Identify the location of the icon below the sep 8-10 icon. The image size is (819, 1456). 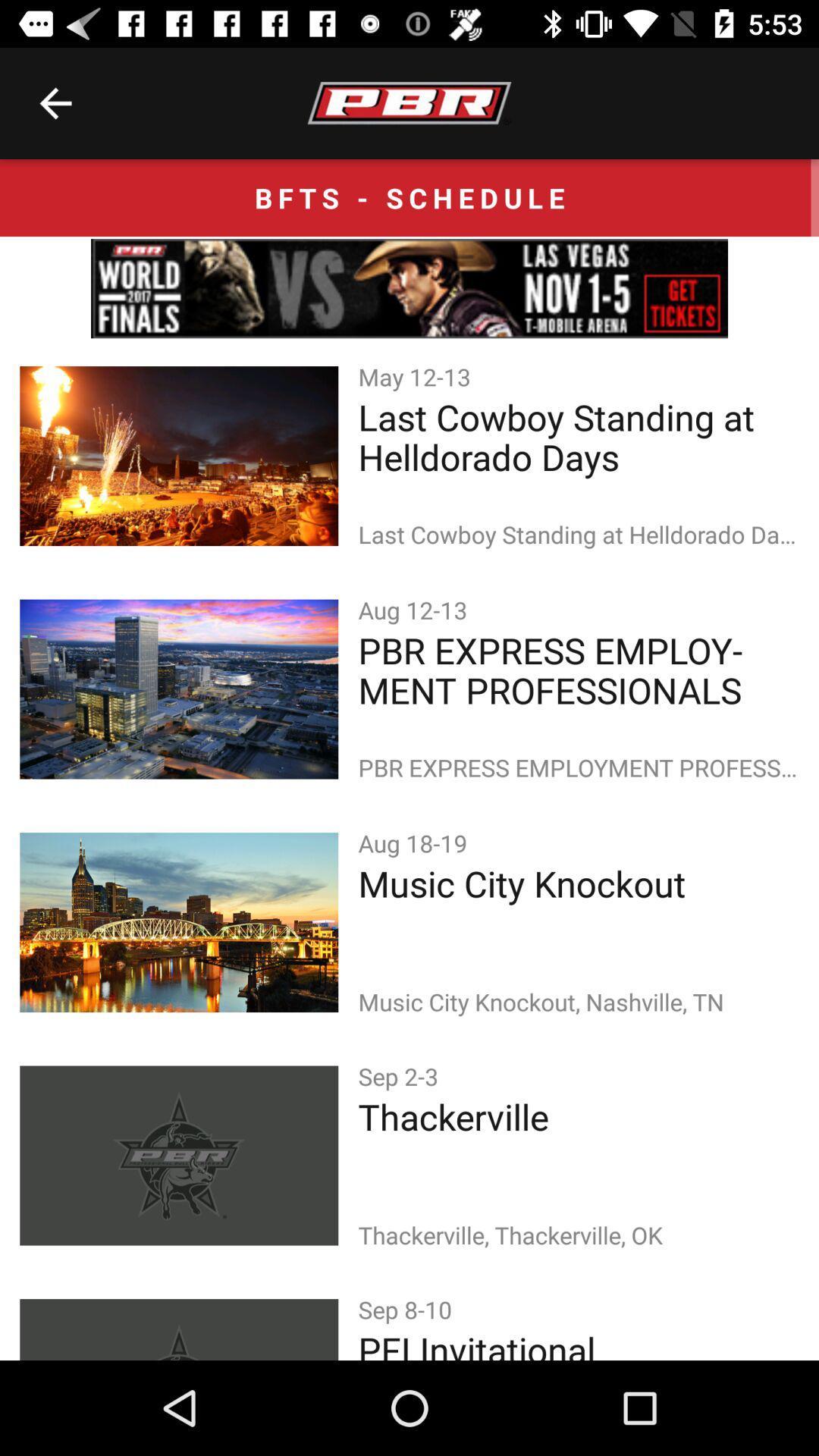
(579, 1343).